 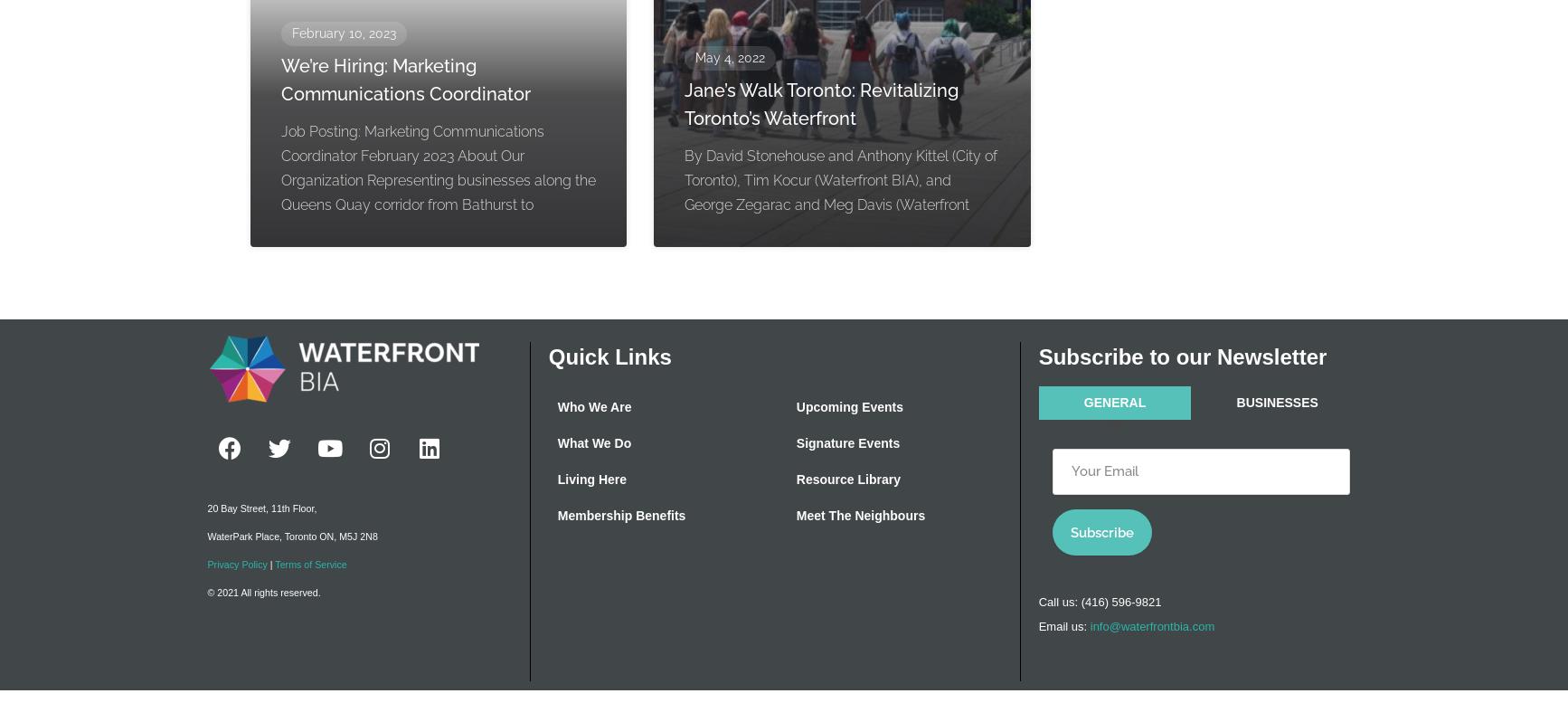 What do you see at coordinates (860, 516) in the screenshot?
I see `'Meet The Neighbours'` at bounding box center [860, 516].